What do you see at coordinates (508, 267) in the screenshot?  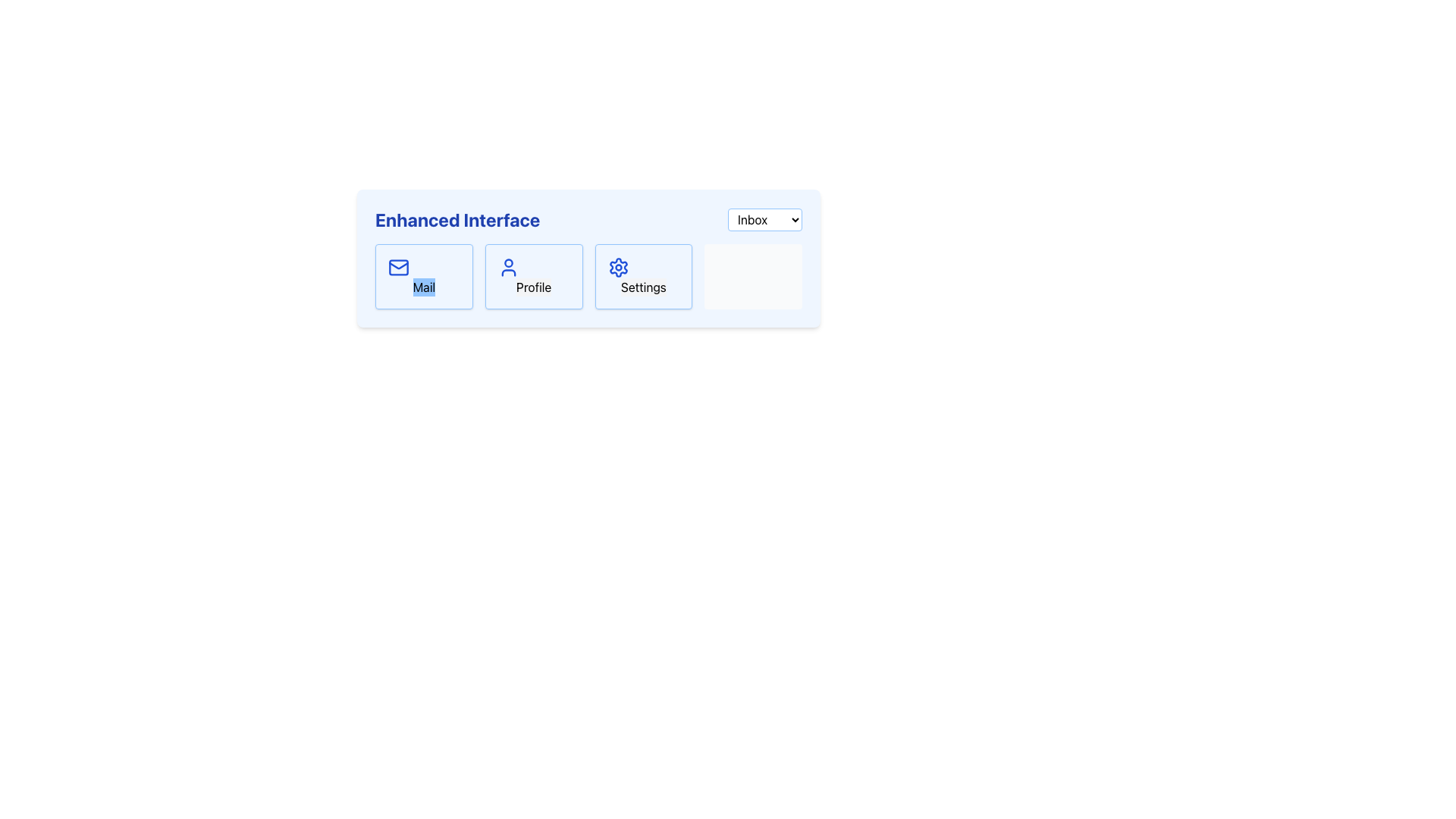 I see `the user profile icon located within the 'Profile' button, which is the second button from the left in the interface layout` at bounding box center [508, 267].